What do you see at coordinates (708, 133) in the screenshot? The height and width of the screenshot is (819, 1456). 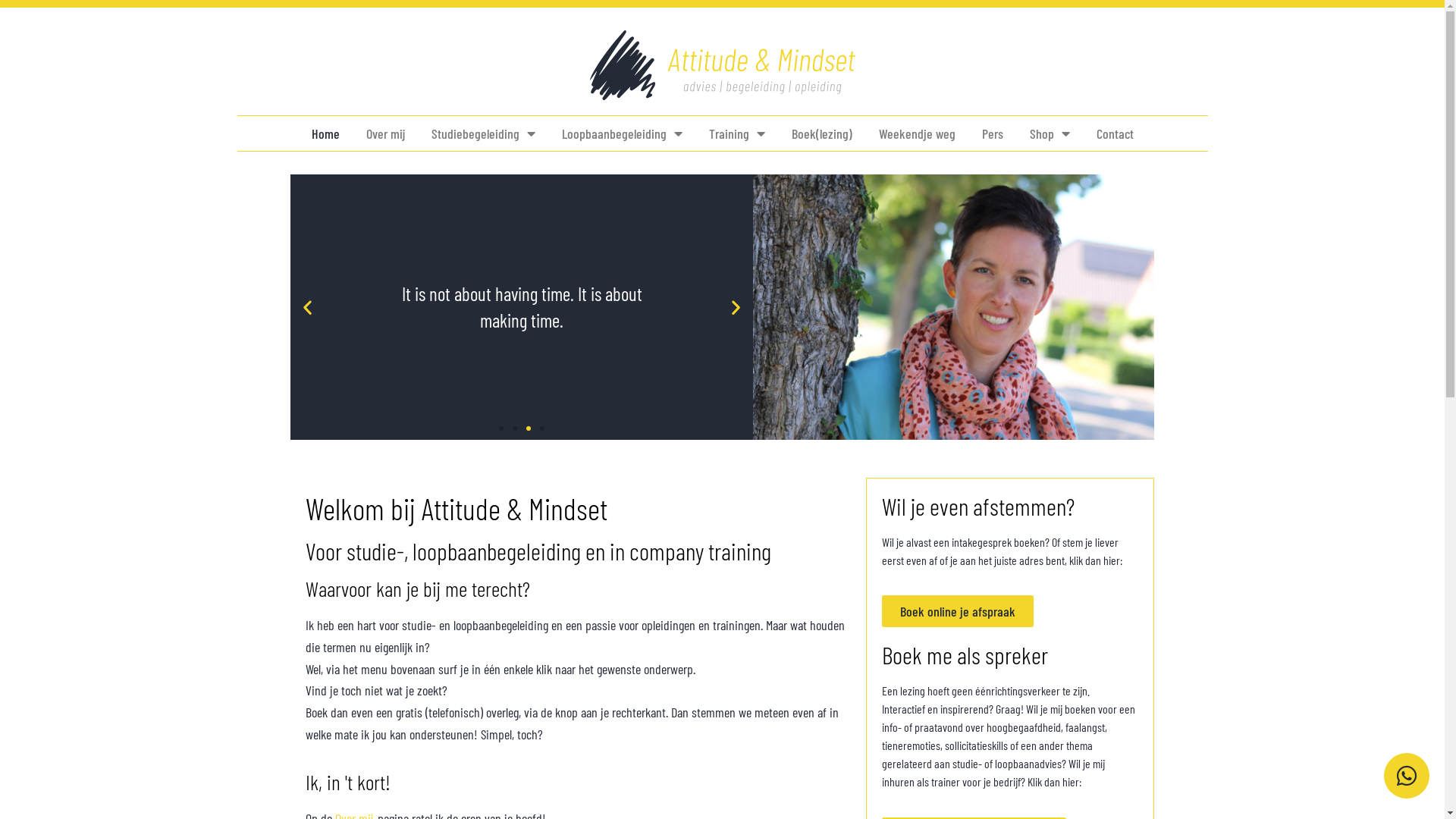 I see `'Training'` at bounding box center [708, 133].